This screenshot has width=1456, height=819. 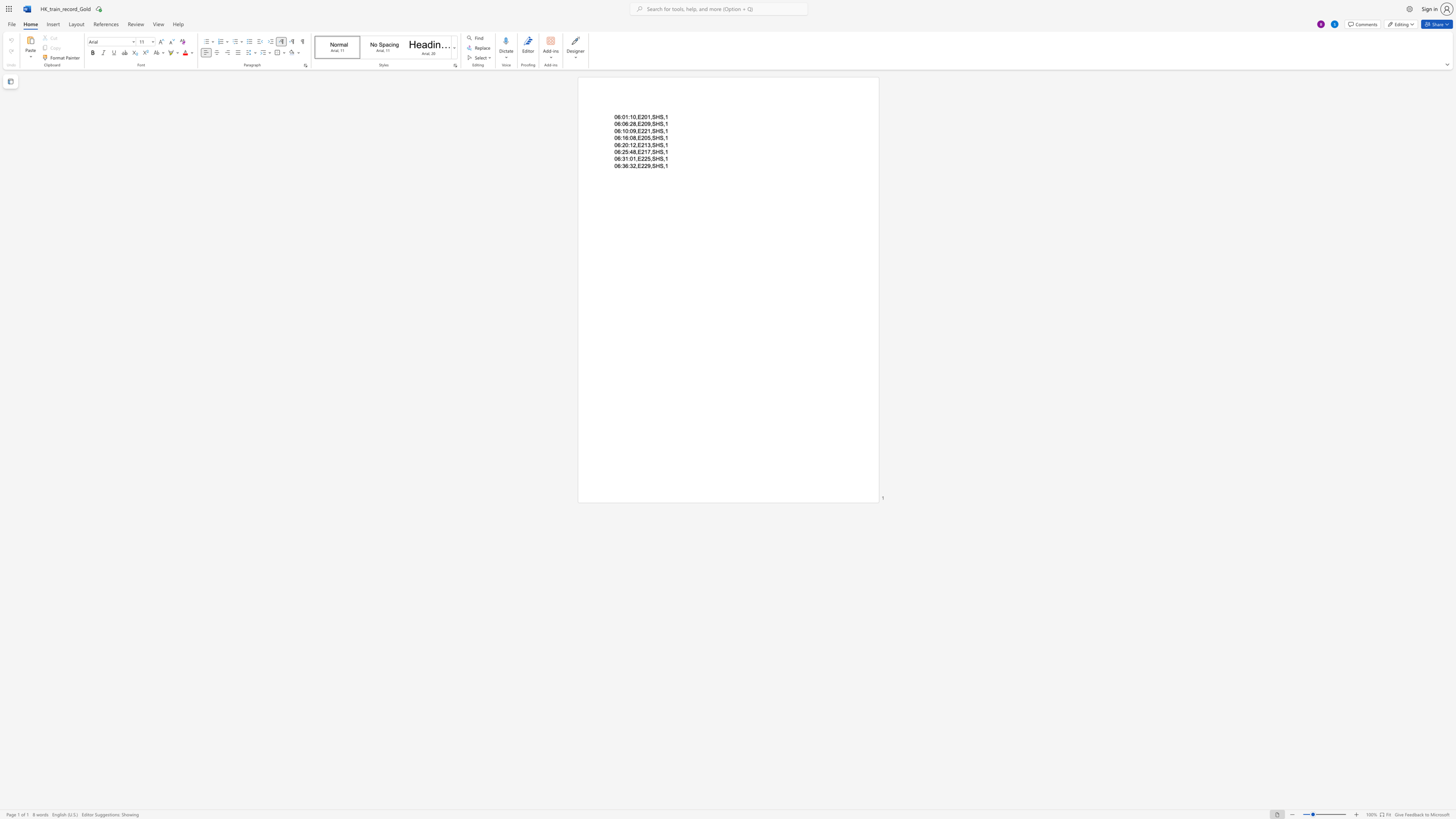 What do you see at coordinates (642, 145) in the screenshot?
I see `the 3th character "2" in the text` at bounding box center [642, 145].